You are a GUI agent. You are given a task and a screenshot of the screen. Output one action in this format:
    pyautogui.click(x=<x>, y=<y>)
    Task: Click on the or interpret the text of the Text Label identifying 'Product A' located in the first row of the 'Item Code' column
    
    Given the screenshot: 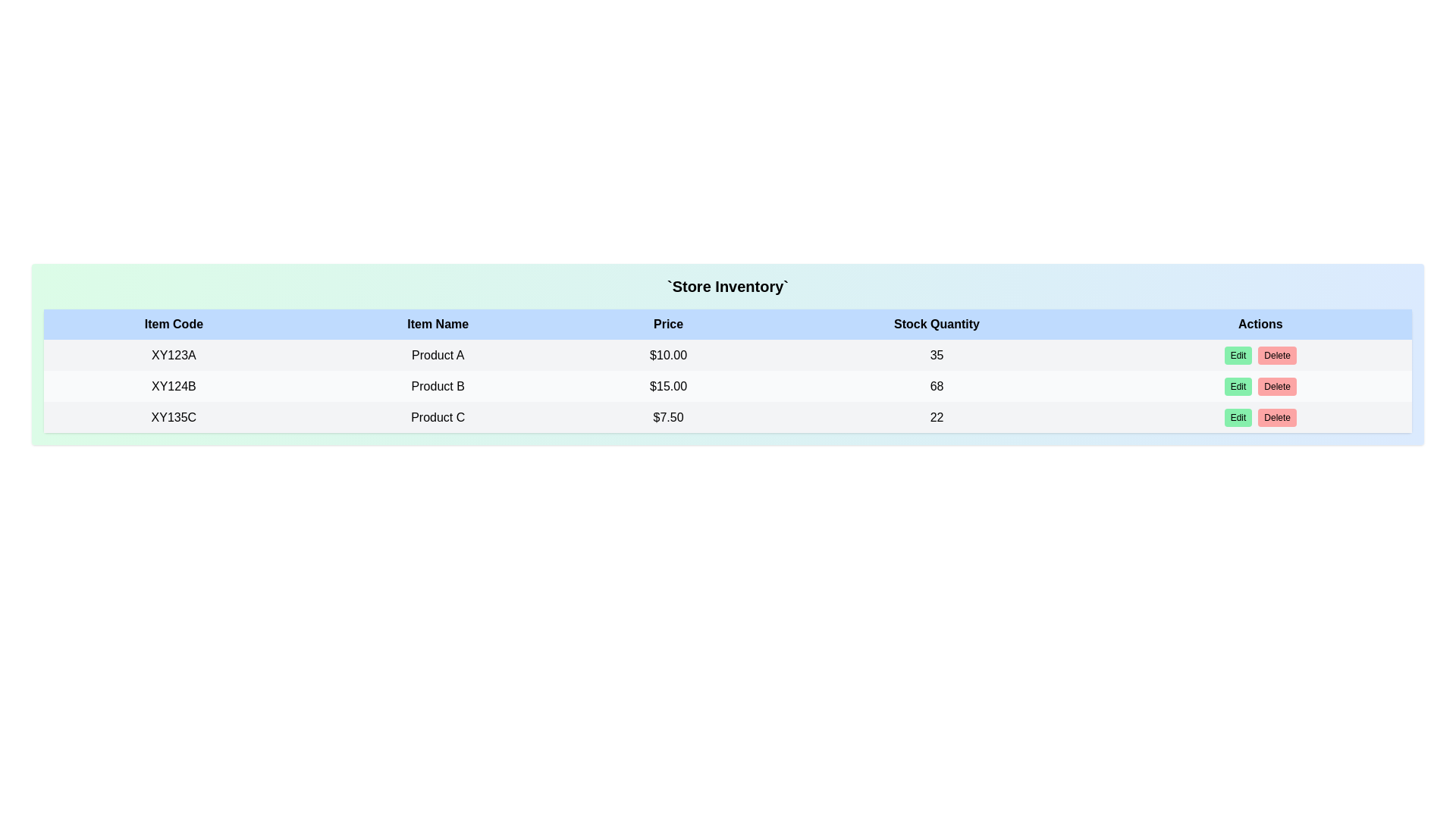 What is the action you would take?
    pyautogui.click(x=174, y=355)
    